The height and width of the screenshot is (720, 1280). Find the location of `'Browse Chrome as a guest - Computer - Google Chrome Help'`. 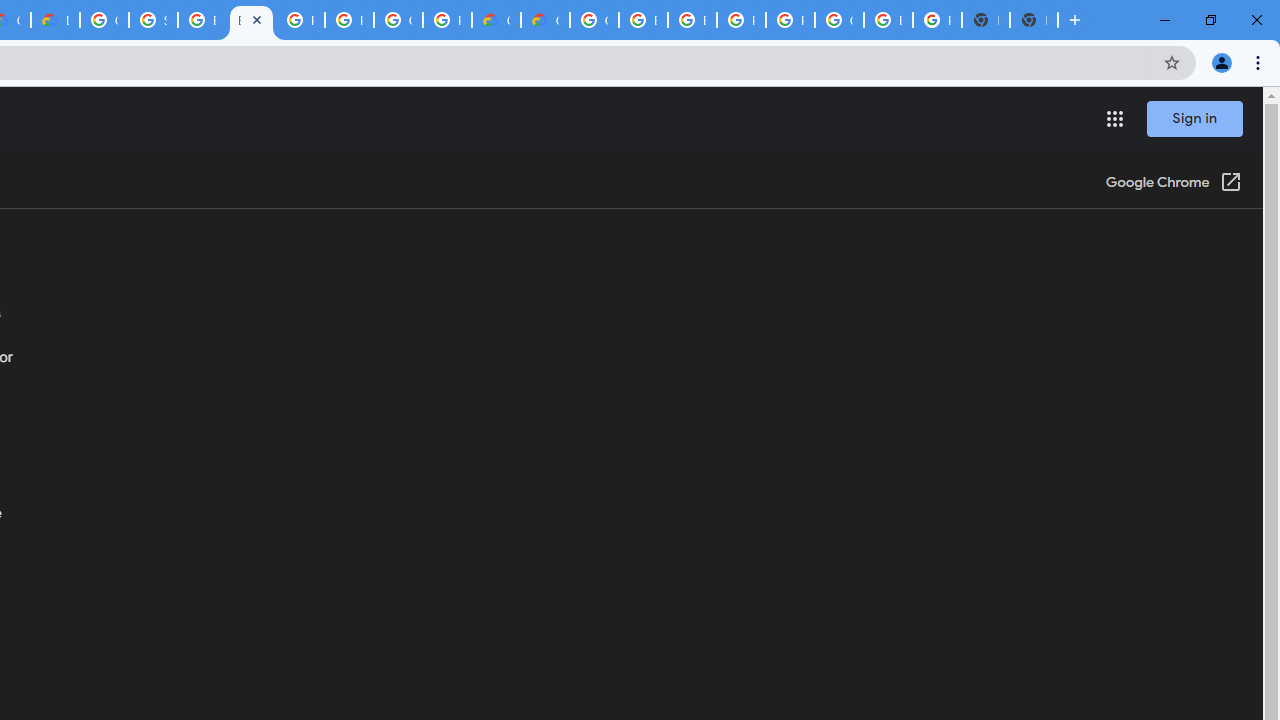

'Browse Chrome as a guest - Computer - Google Chrome Help' is located at coordinates (250, 20).